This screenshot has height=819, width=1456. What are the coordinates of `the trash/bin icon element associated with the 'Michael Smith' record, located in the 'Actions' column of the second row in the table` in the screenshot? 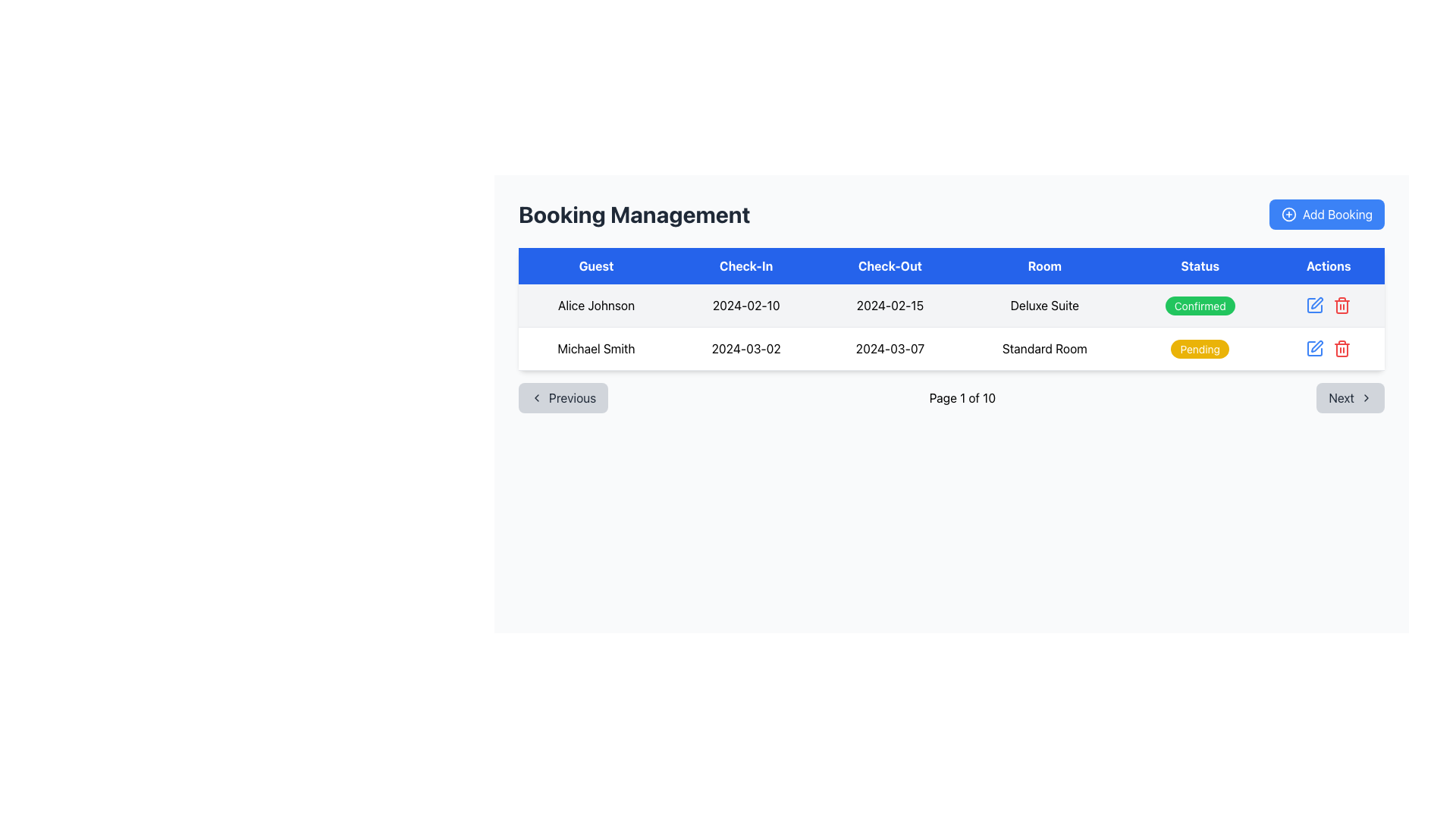 It's located at (1342, 350).